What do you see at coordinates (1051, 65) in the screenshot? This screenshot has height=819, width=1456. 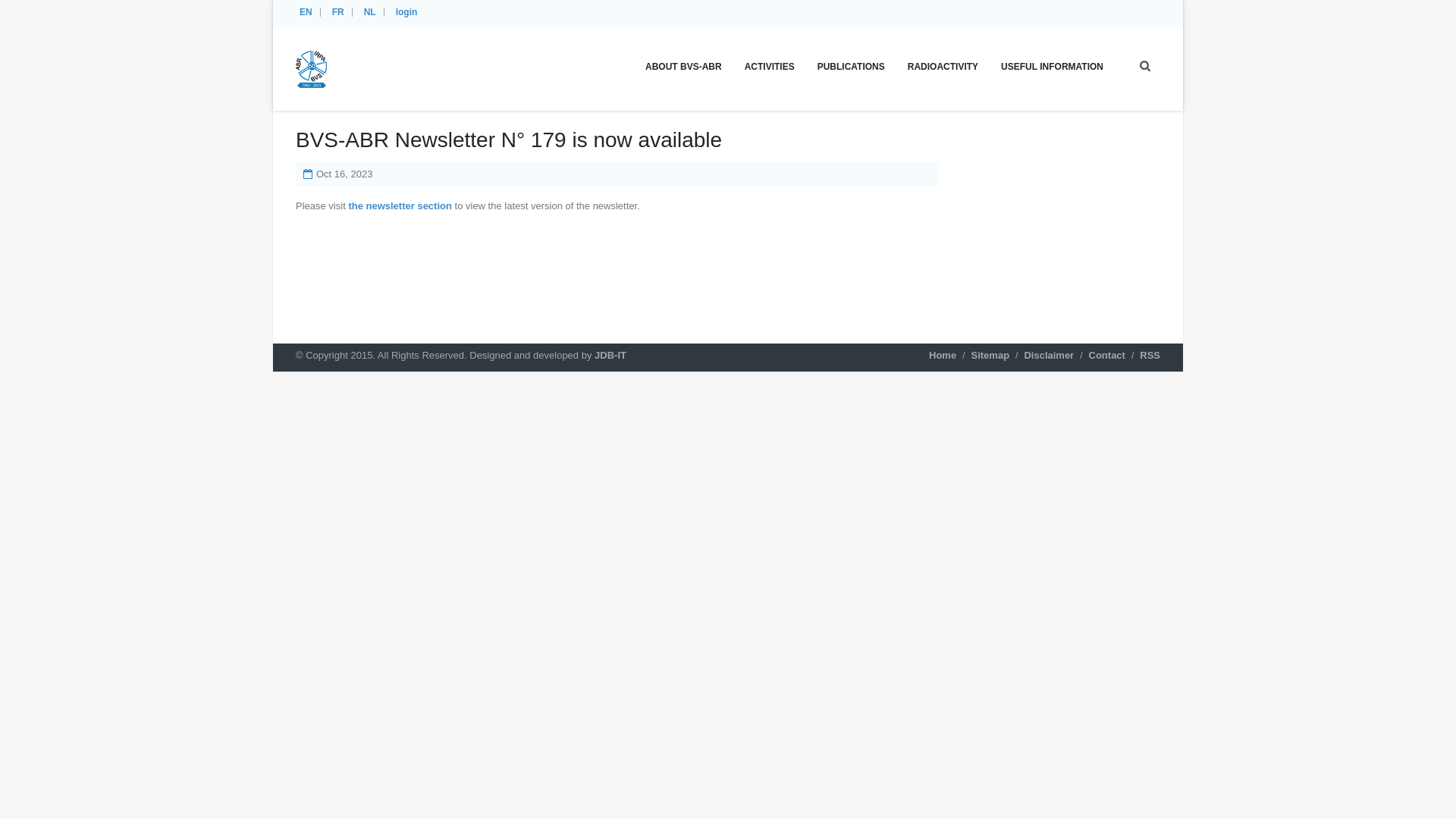 I see `'USEFUL INFORMATION'` at bounding box center [1051, 65].